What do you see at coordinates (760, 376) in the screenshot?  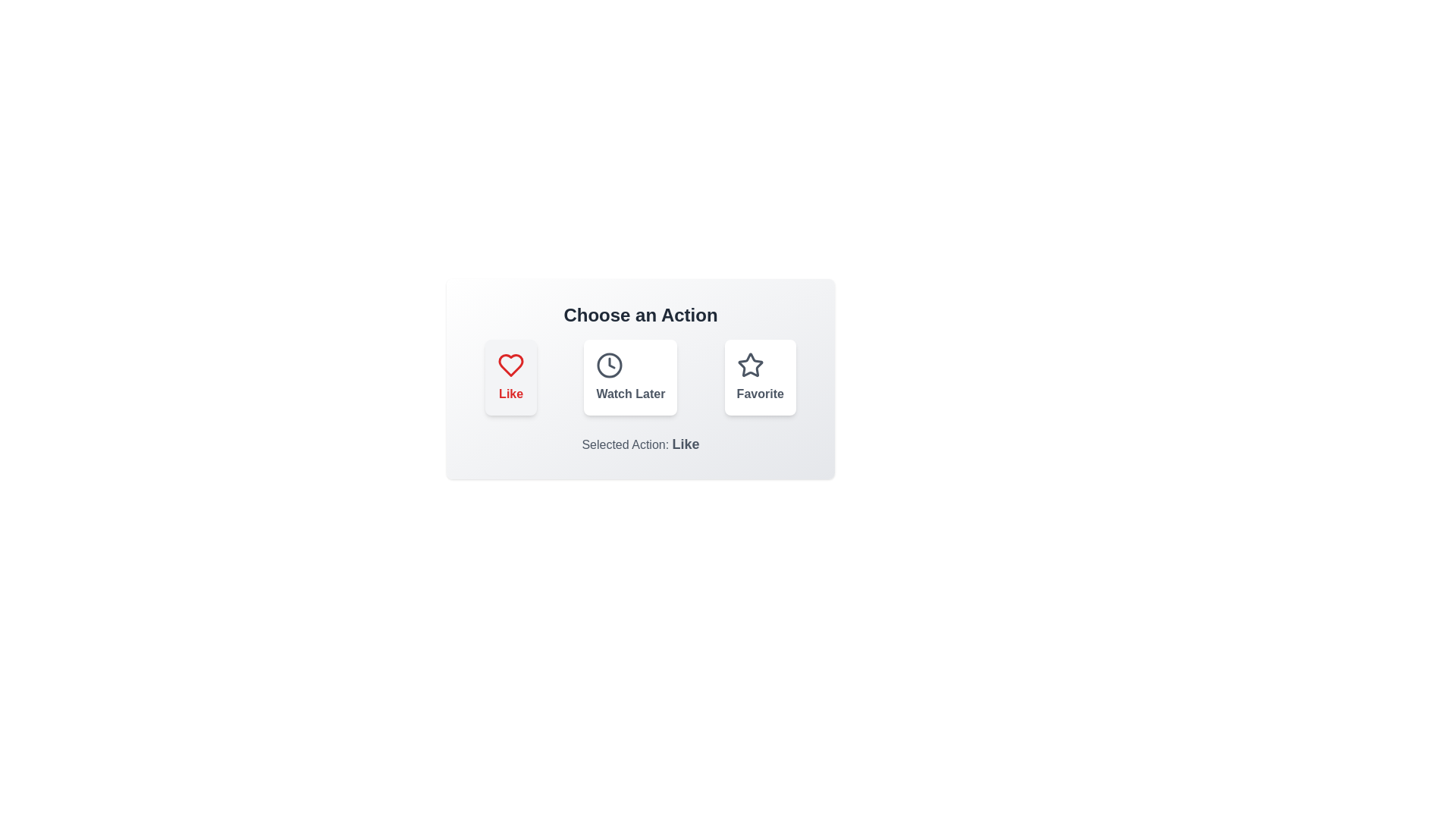 I see `the 'Favorite' button to select it` at bounding box center [760, 376].